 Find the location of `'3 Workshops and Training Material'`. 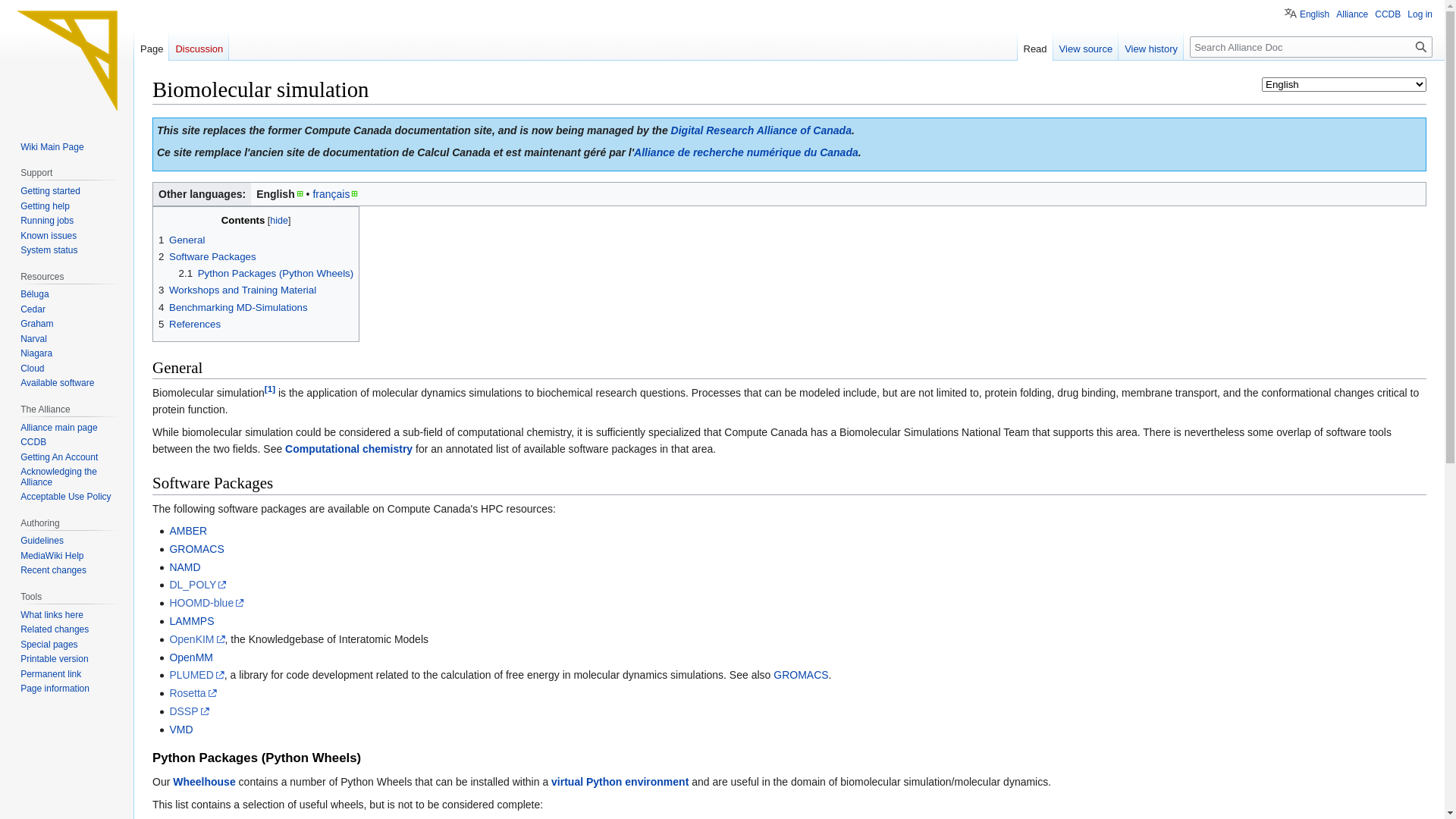

'3 Workshops and Training Material' is located at coordinates (236, 290).